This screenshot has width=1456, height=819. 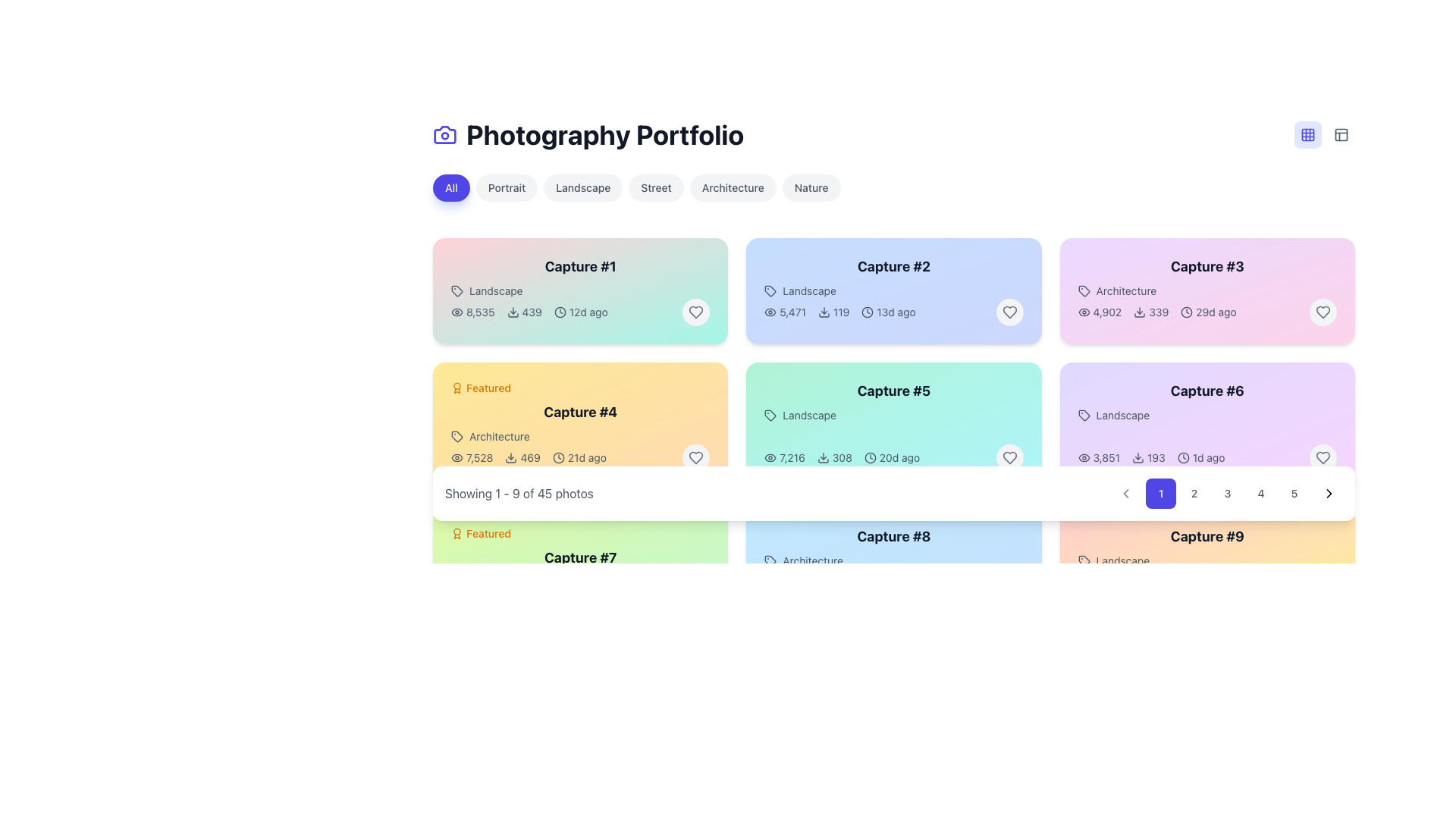 What do you see at coordinates (1207, 400) in the screenshot?
I see `the text-based UI element that displays 'Capture #6' in a bold font and 'Landscape' in a smaller font, located in the sixth card of the layout grid` at bounding box center [1207, 400].